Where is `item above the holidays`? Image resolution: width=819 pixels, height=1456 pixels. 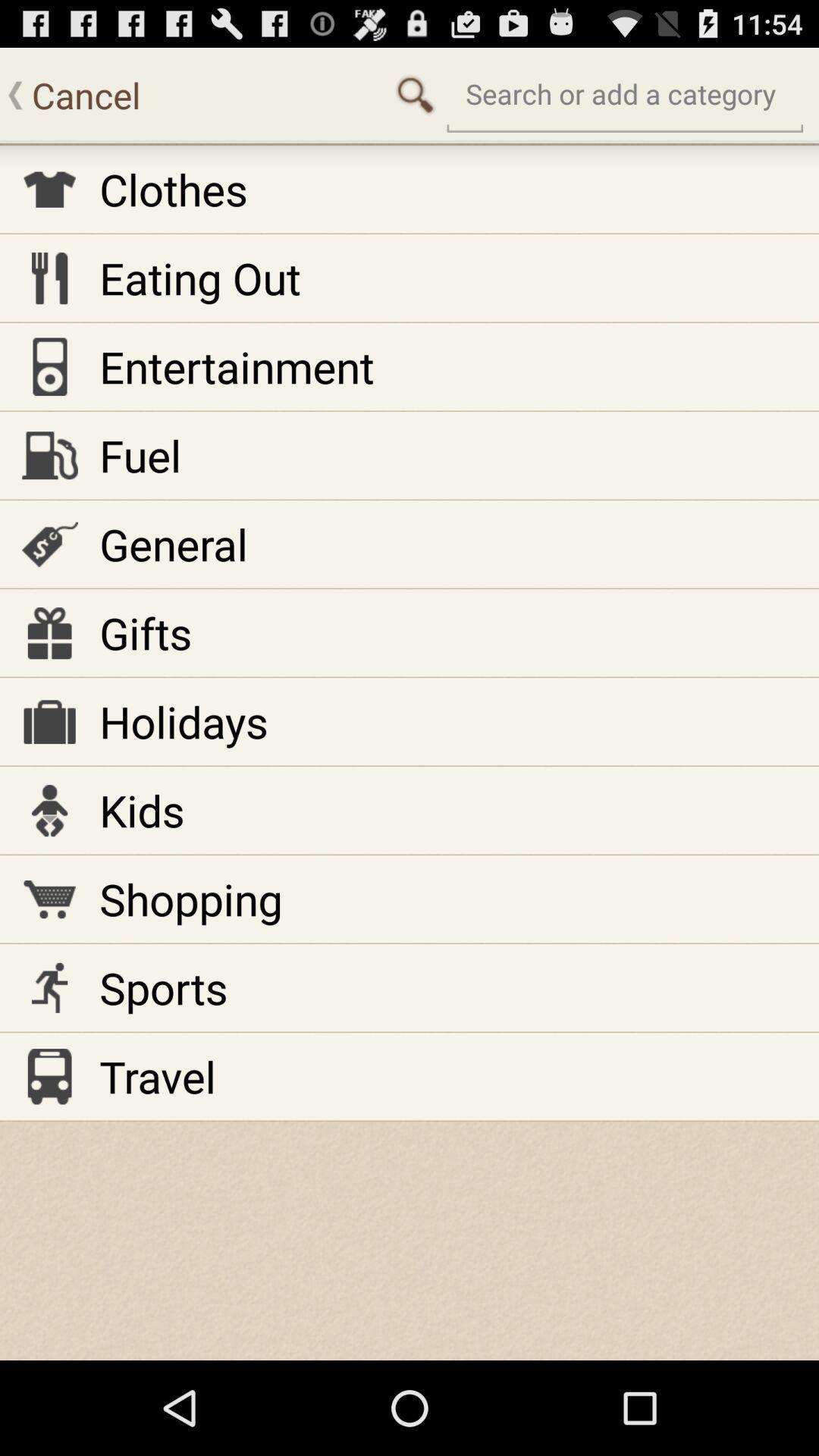 item above the holidays is located at coordinates (146, 632).